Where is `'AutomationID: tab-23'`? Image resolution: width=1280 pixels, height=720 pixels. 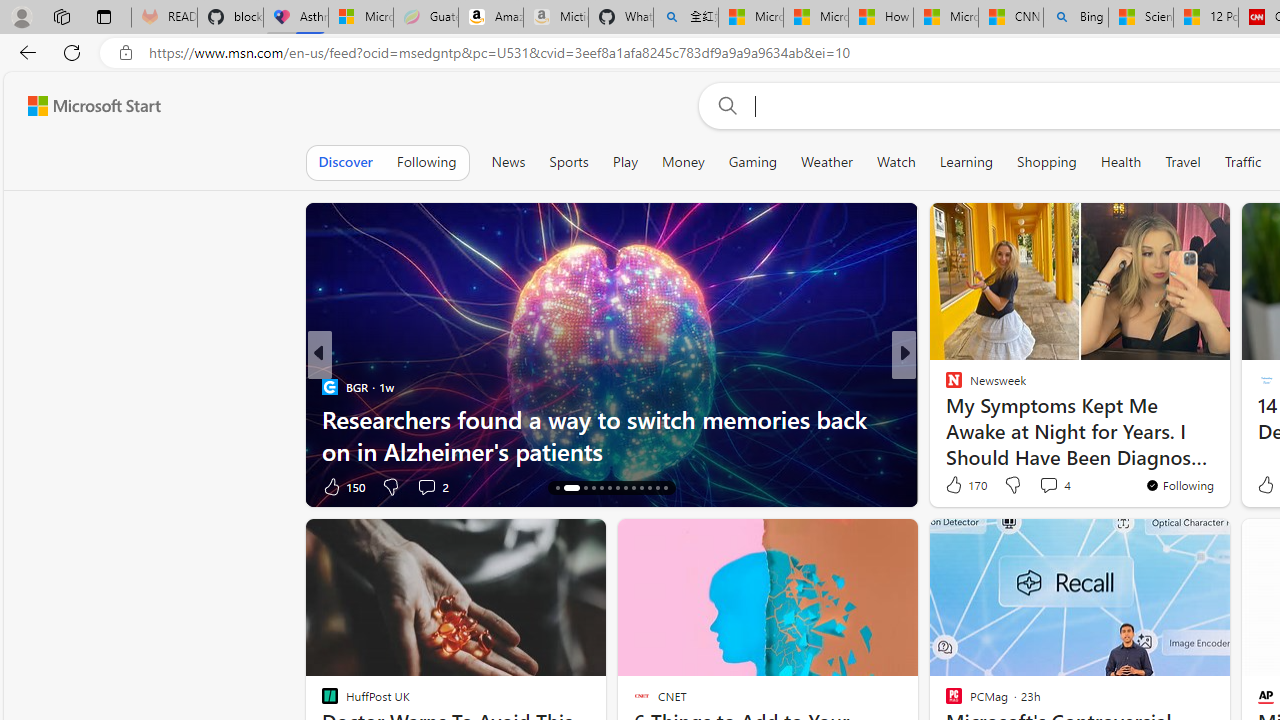
'AutomationID: tab-23' is located at coordinates (641, 488).